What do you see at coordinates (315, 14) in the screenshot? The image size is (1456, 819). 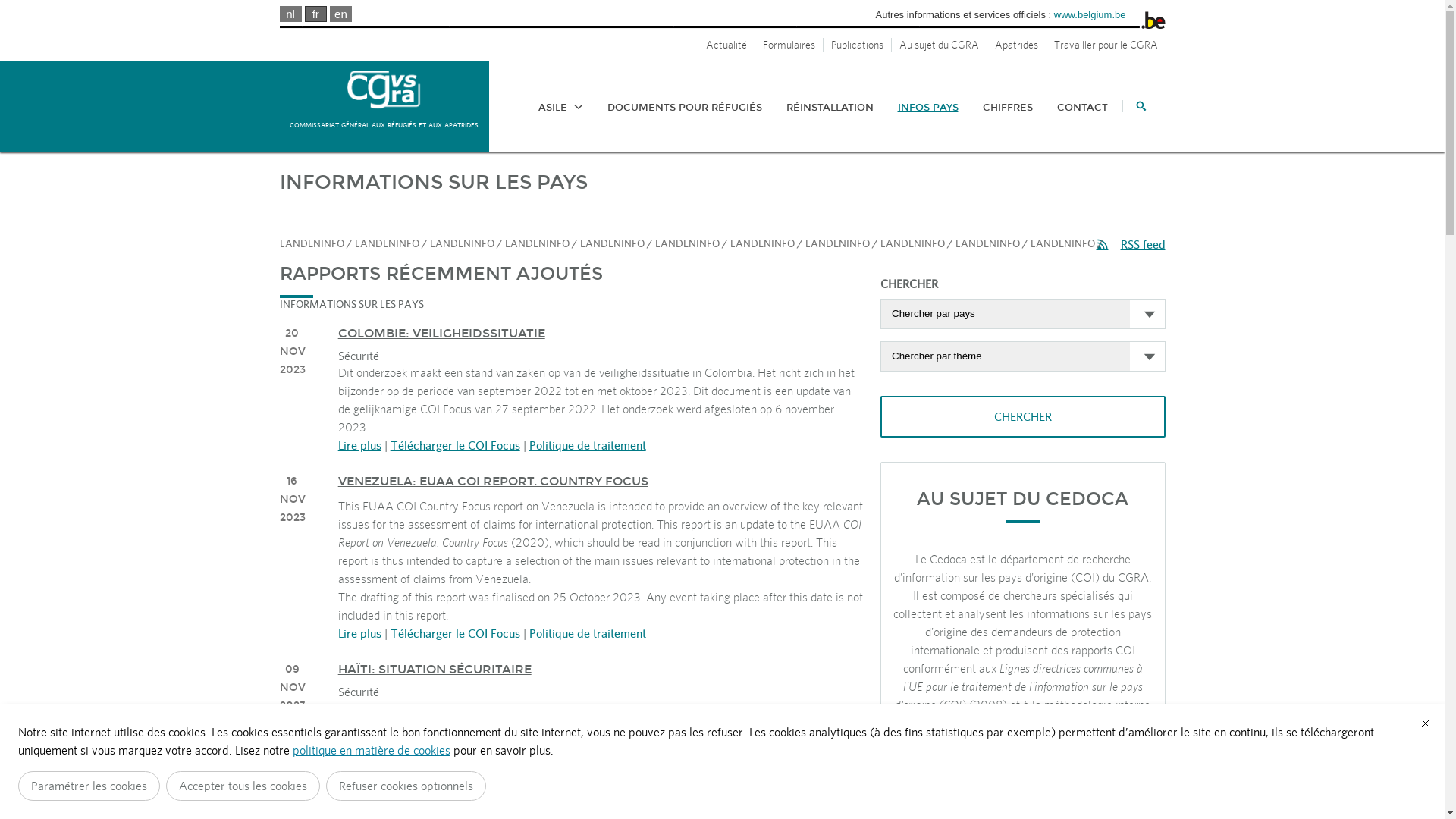 I see `'fr'` at bounding box center [315, 14].